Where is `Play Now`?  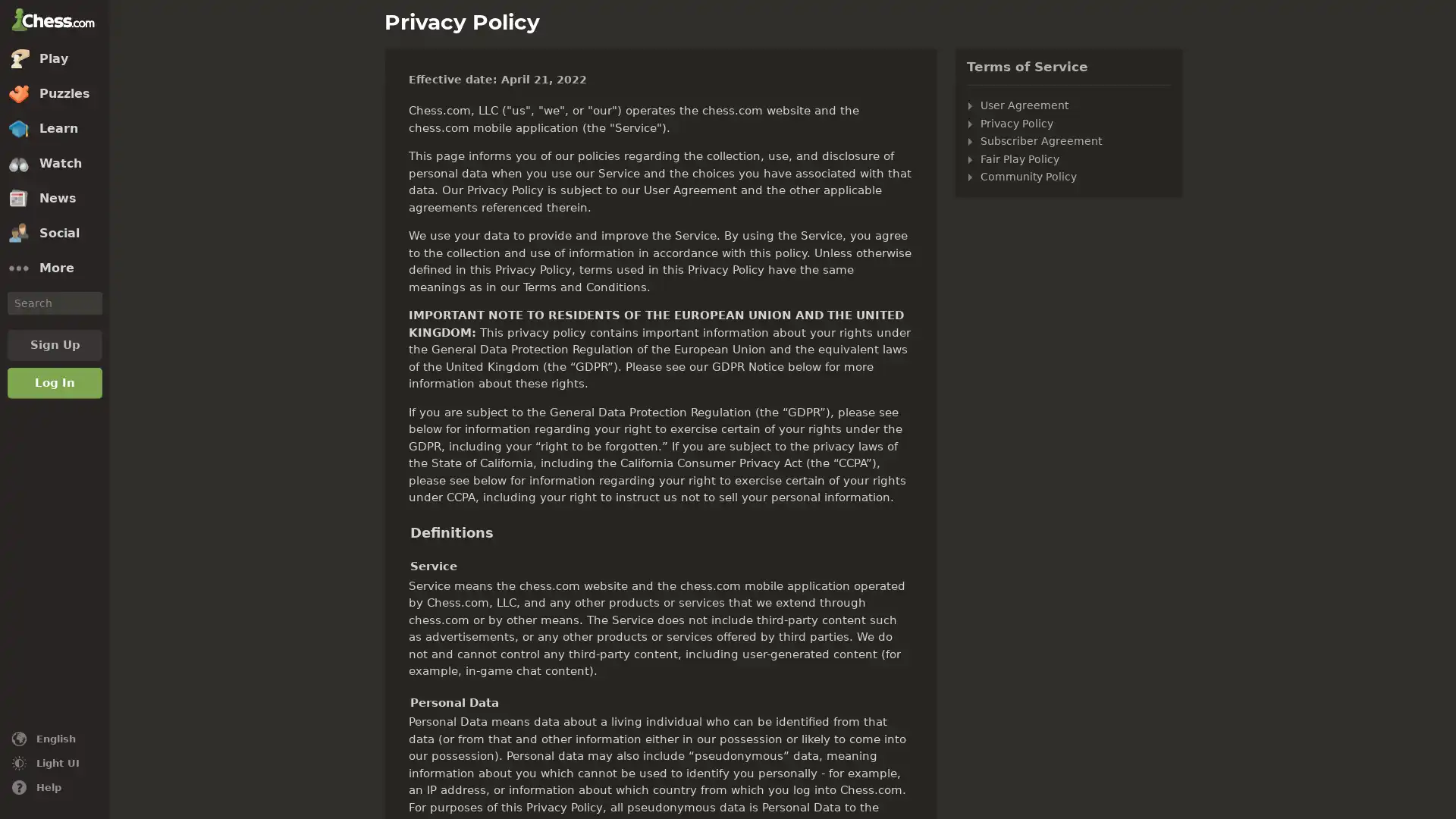
Play Now is located at coordinates (730, 764).